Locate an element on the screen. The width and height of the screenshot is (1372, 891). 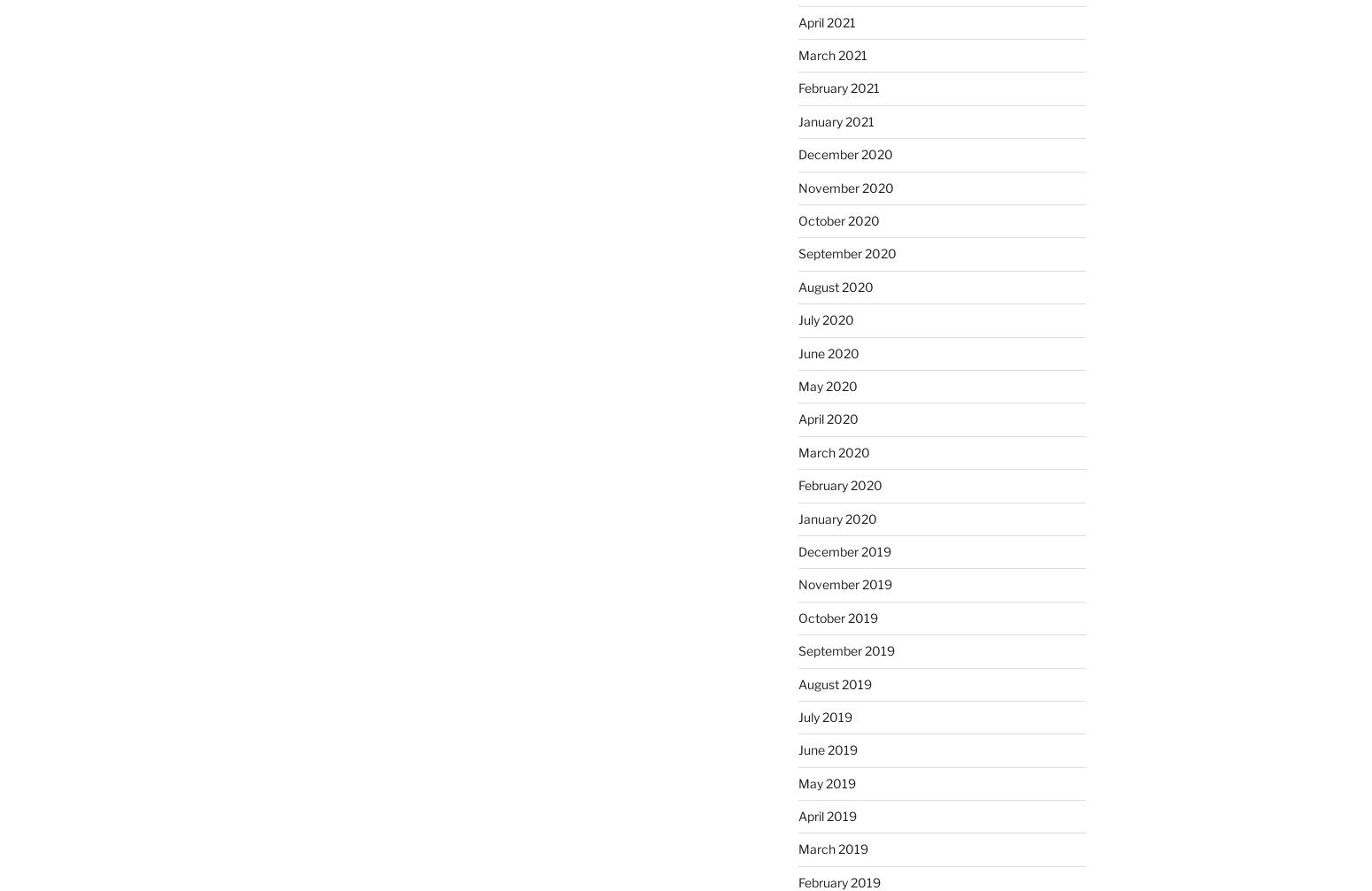
'February 2021' is located at coordinates (837, 88).